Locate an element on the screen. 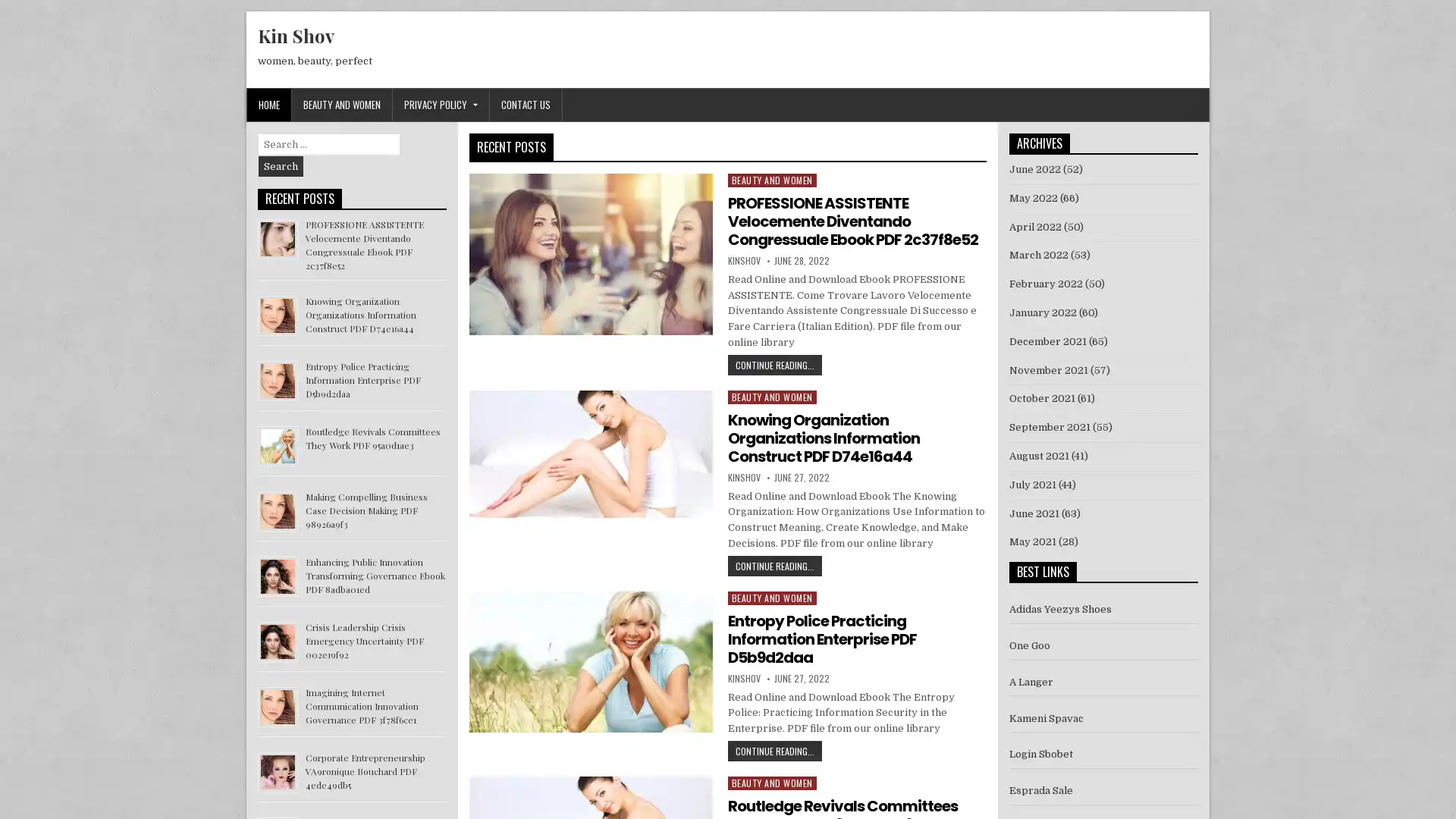  Search is located at coordinates (281, 166).